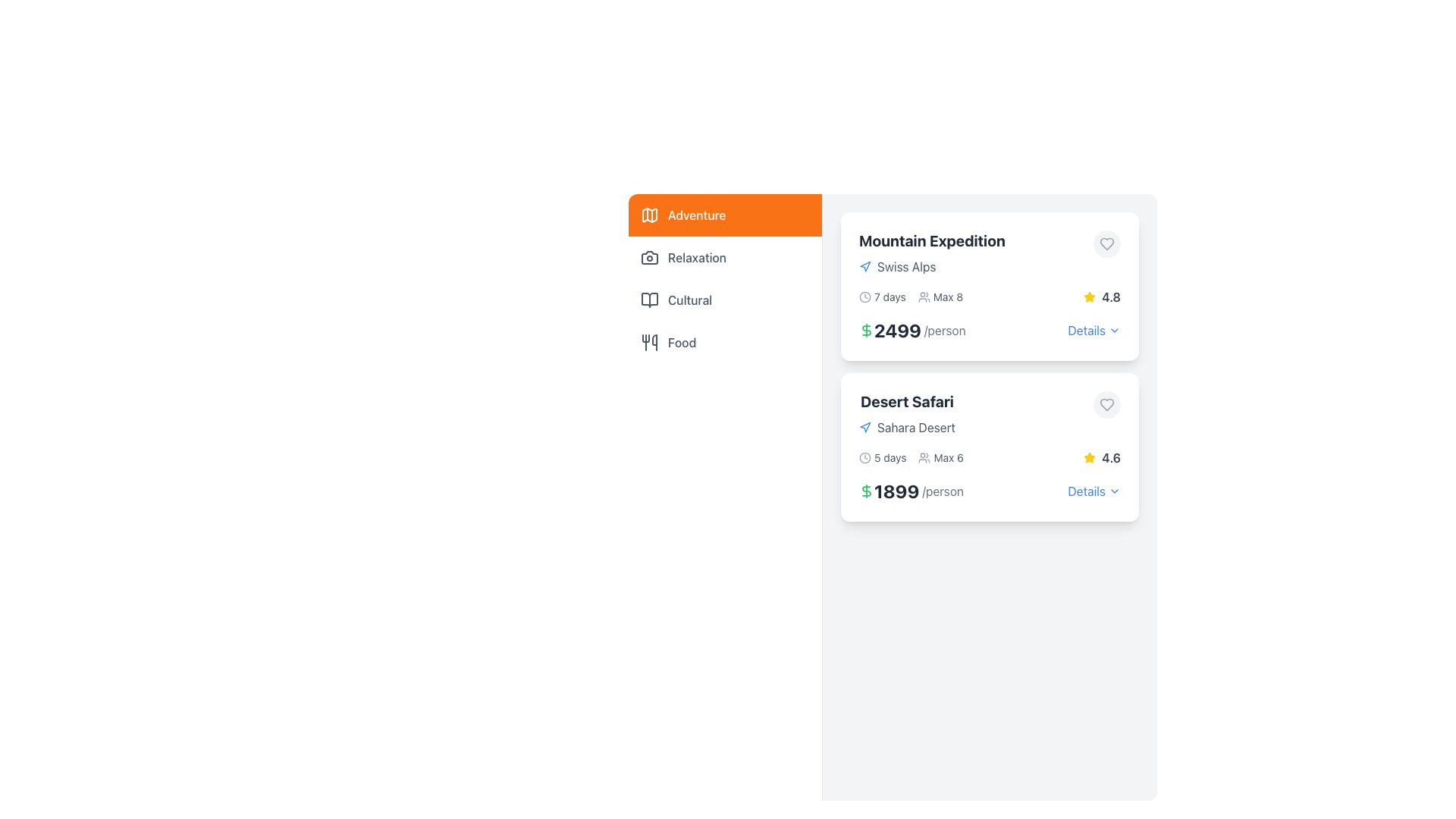 The height and width of the screenshot is (819, 1456). Describe the element at coordinates (1106, 243) in the screenshot. I see `the favorite button located in the top-right corner of the 'Mountain Expedition' card` at that location.